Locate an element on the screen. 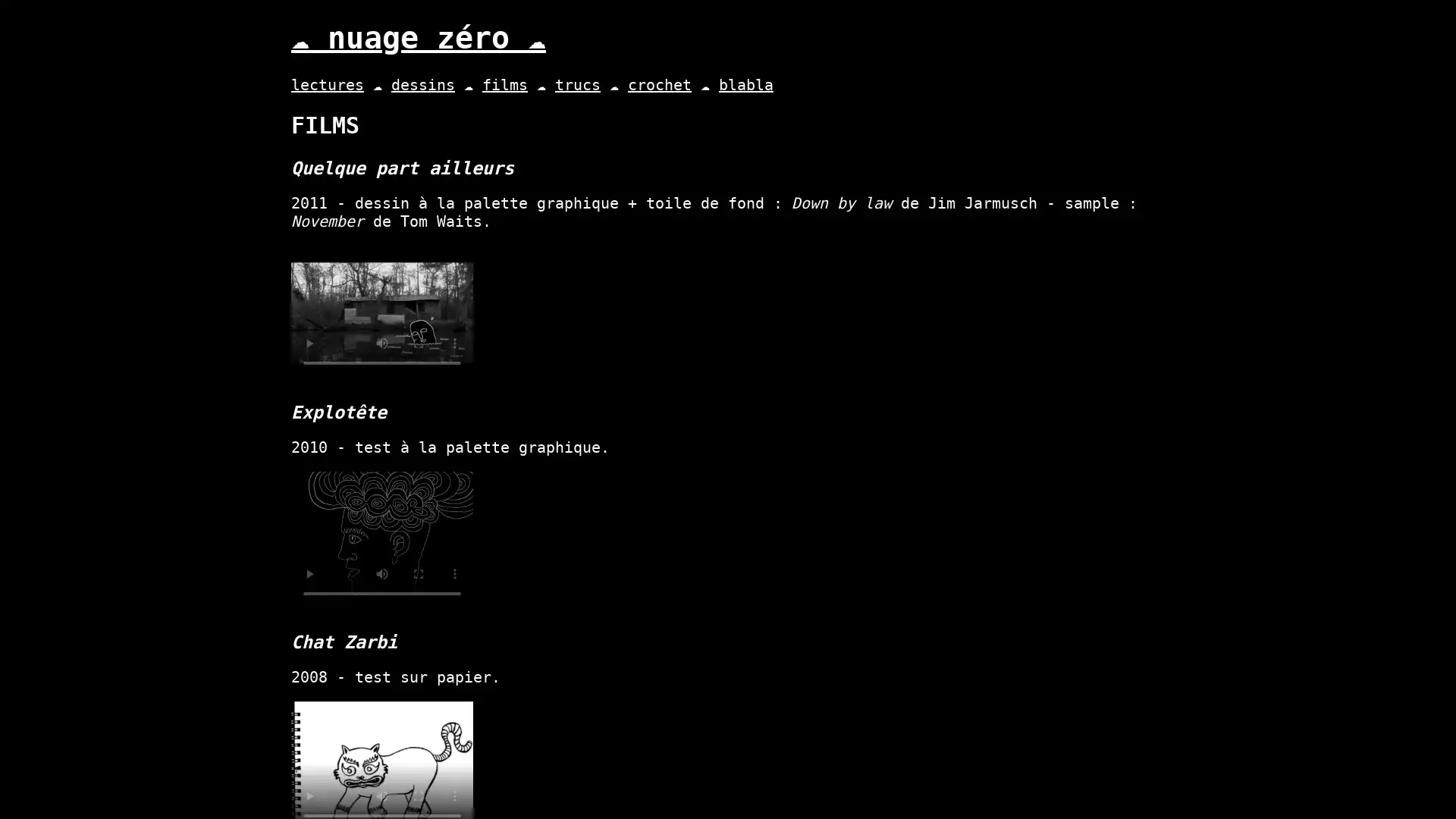  show more media controls is located at coordinates (454, 573).